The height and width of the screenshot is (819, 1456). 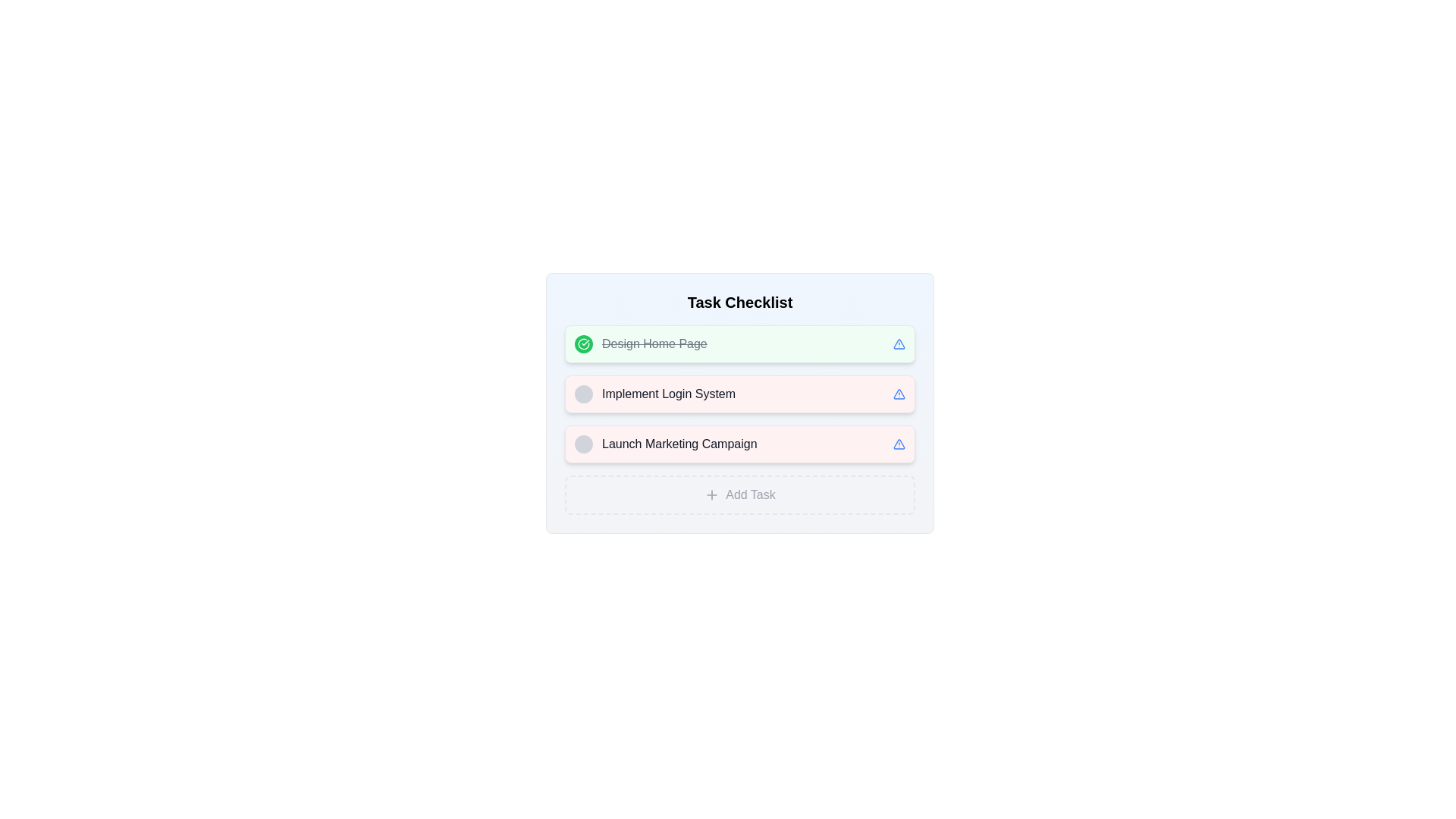 What do you see at coordinates (750, 494) in the screenshot?
I see `the 'Add Task' text label, which is styled in light gray font and located to the right of a plus icon within a dashed border rectangle at the bottom of the task list` at bounding box center [750, 494].